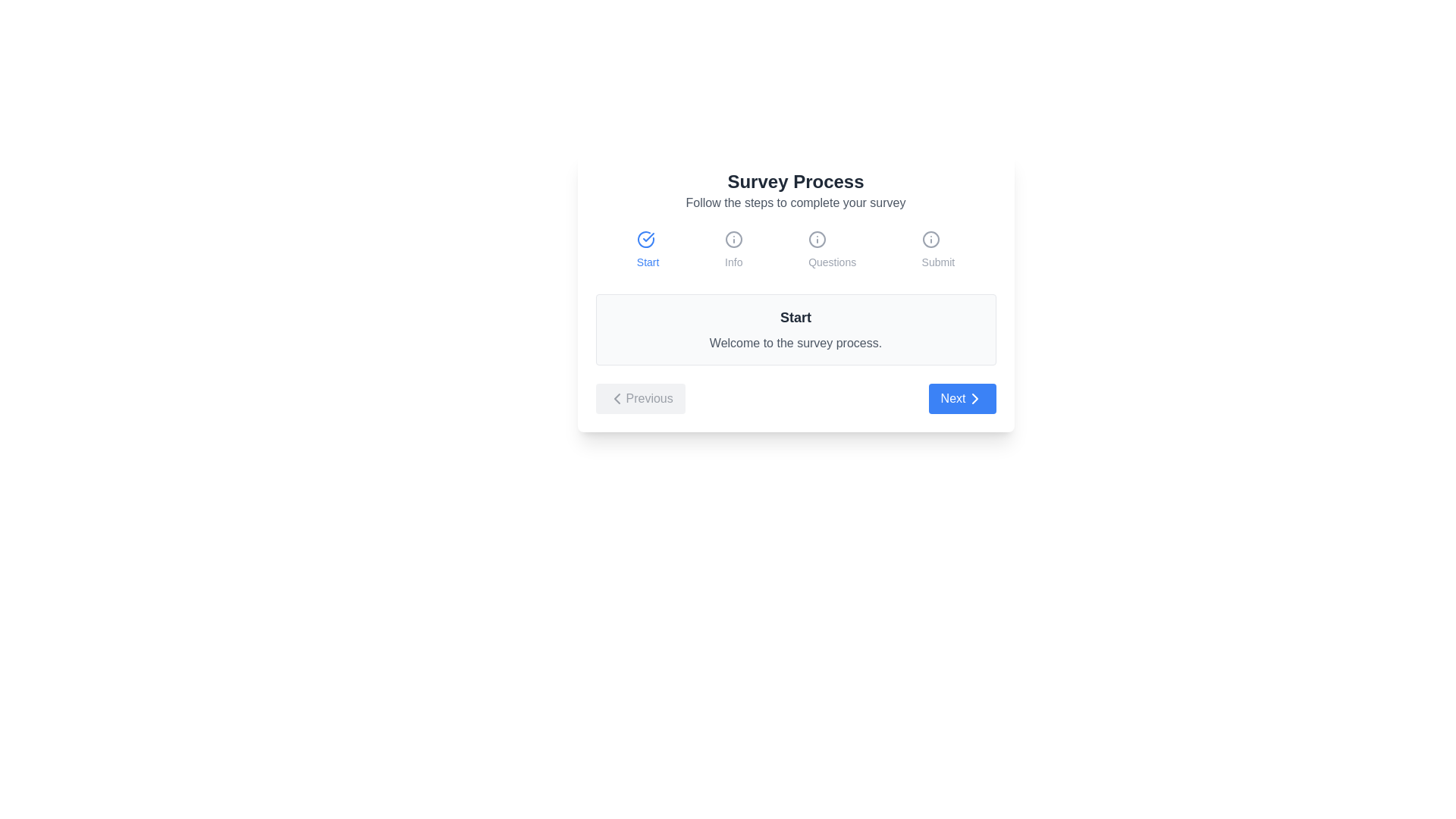  I want to click on the text label displaying 'Start', which is styled in blue and positioned below a checkmark icon in the step-by-step process interface, so click(648, 262).